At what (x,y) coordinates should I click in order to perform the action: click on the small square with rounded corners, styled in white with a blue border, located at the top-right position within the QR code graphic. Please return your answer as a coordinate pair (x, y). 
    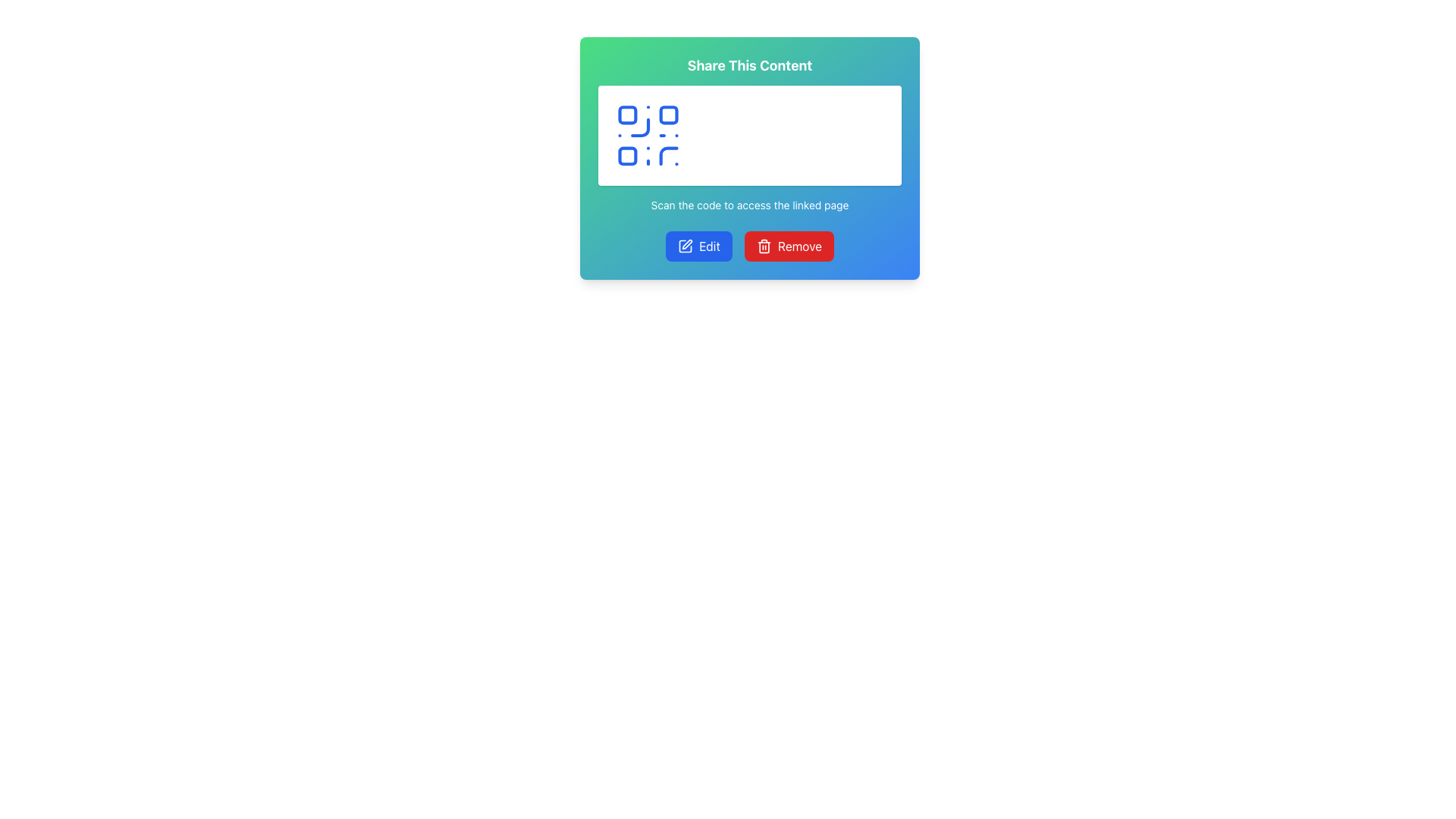
    Looking at the image, I should click on (668, 114).